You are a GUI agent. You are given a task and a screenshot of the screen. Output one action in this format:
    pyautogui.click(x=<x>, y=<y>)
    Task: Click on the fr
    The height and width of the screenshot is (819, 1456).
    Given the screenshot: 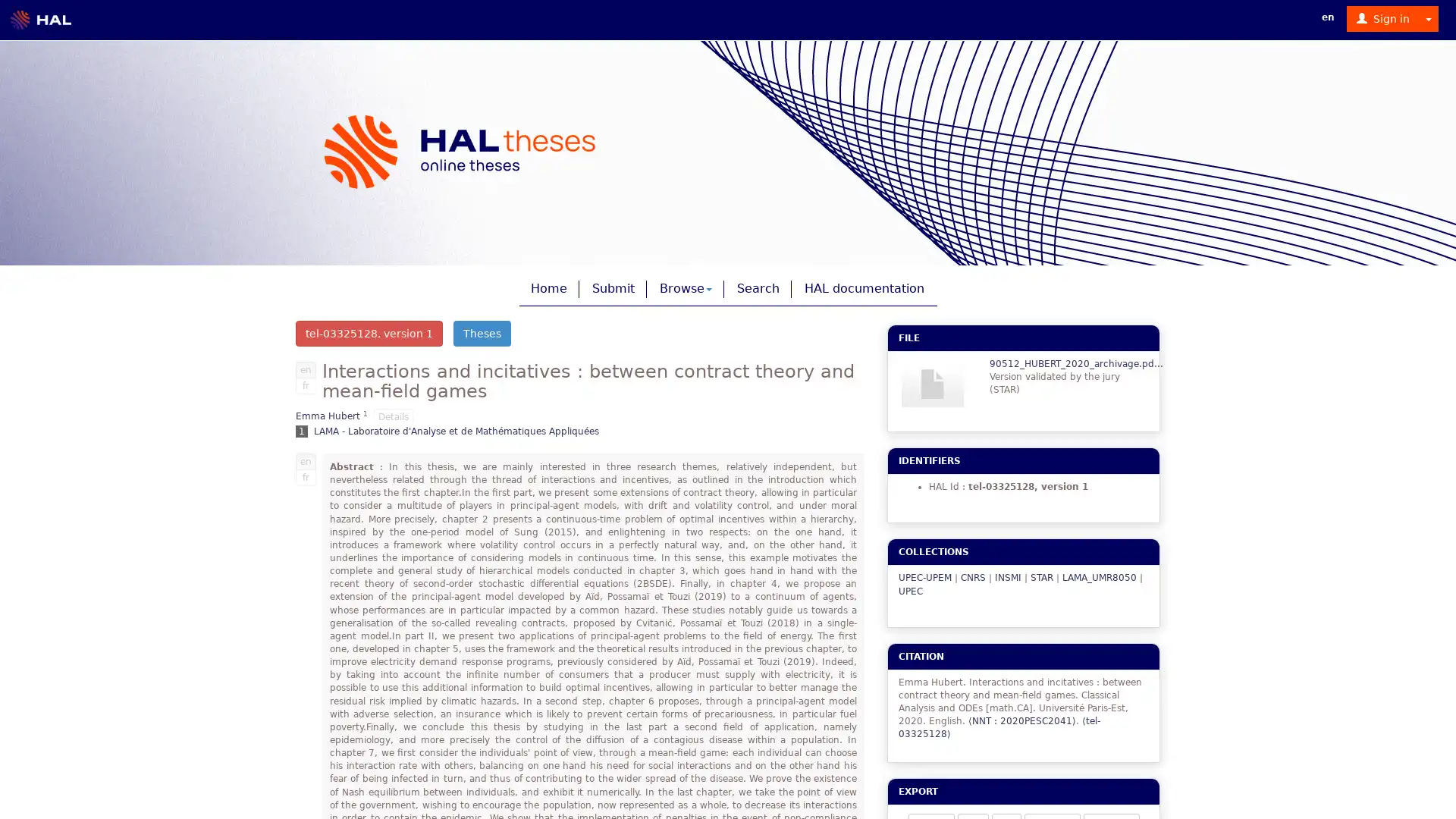 What is the action you would take?
    pyautogui.click(x=305, y=384)
    